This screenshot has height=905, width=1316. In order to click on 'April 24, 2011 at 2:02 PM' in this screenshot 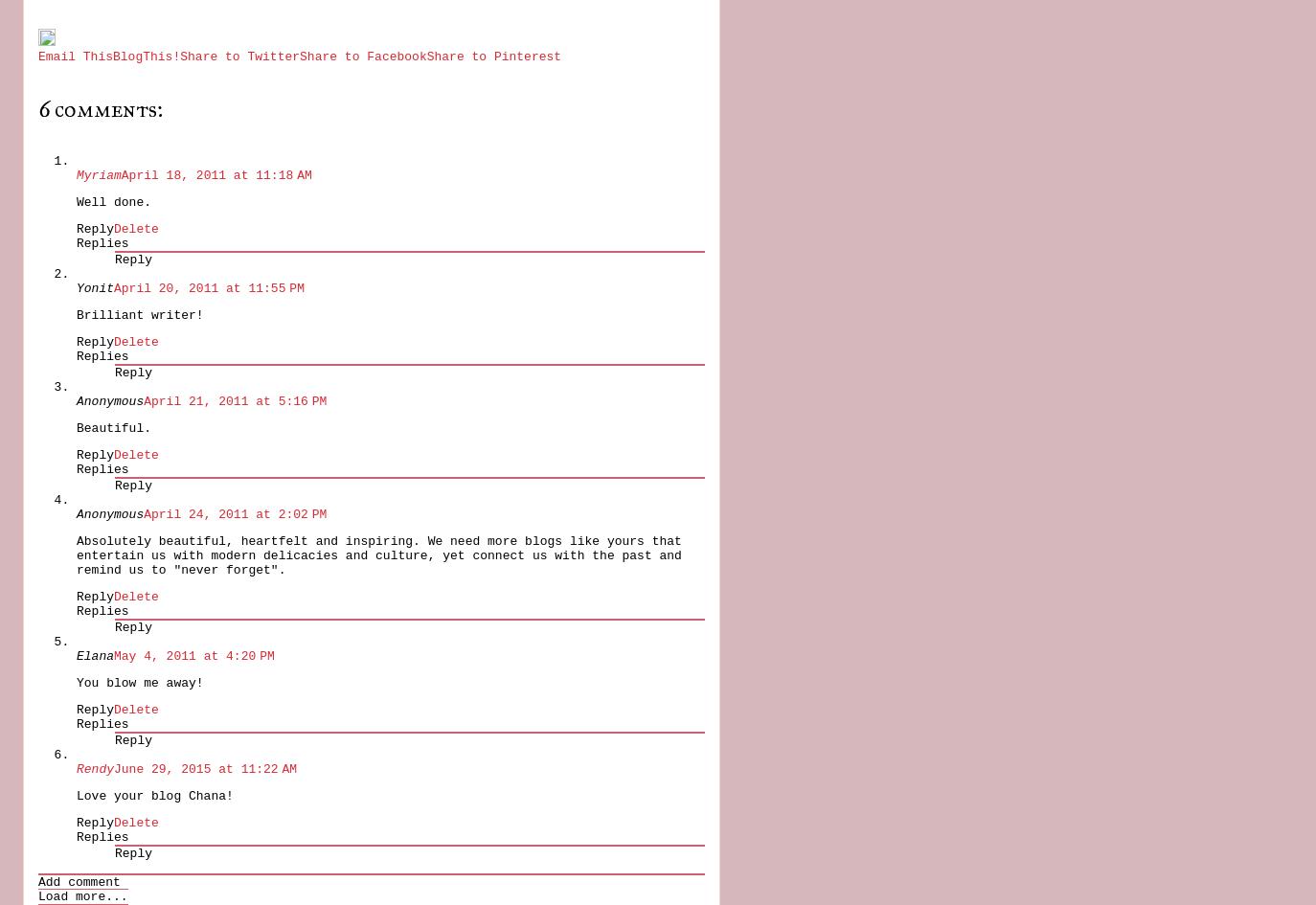, I will do `click(234, 512)`.